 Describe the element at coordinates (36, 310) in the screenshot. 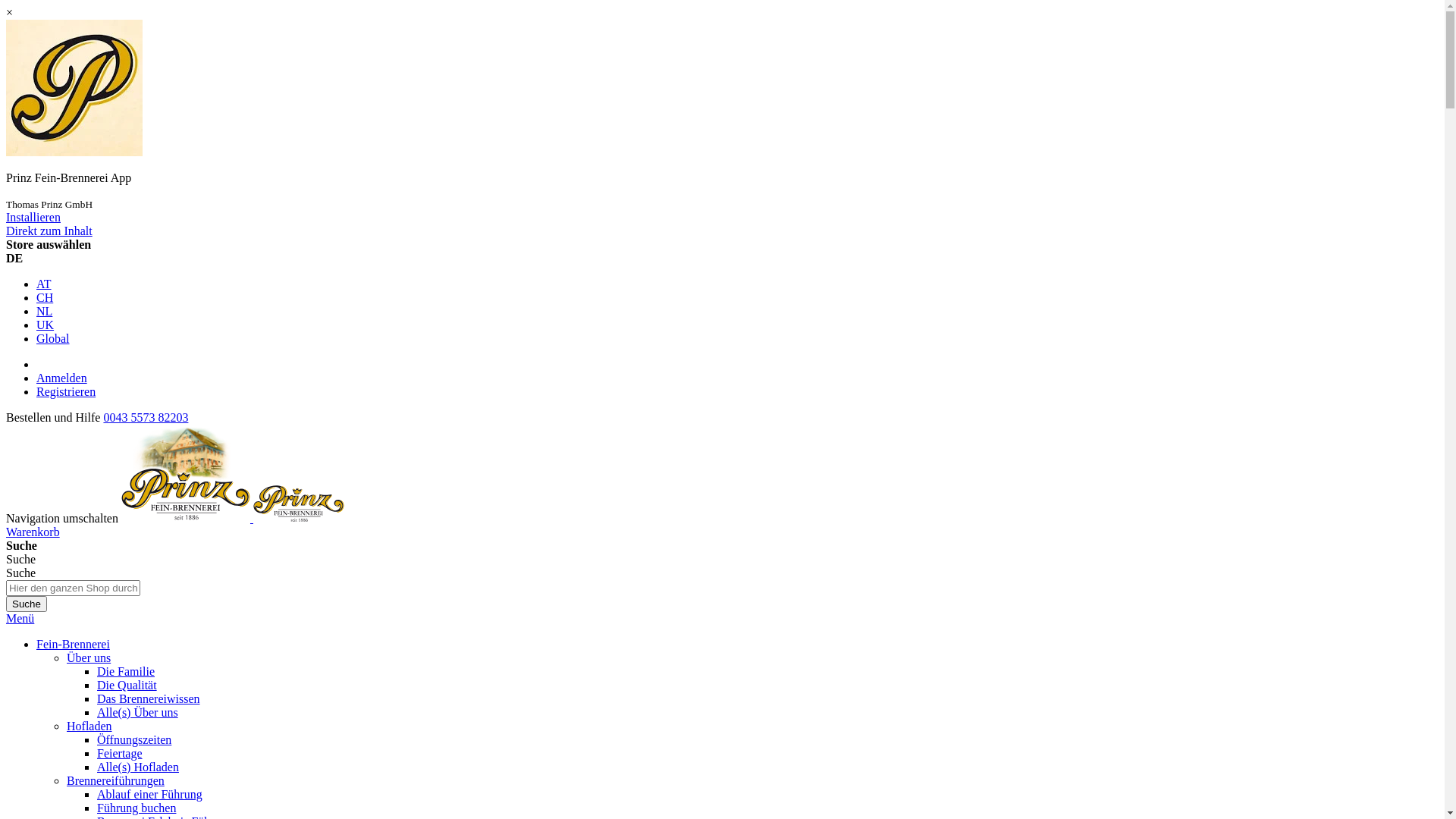

I see `'NL'` at that location.